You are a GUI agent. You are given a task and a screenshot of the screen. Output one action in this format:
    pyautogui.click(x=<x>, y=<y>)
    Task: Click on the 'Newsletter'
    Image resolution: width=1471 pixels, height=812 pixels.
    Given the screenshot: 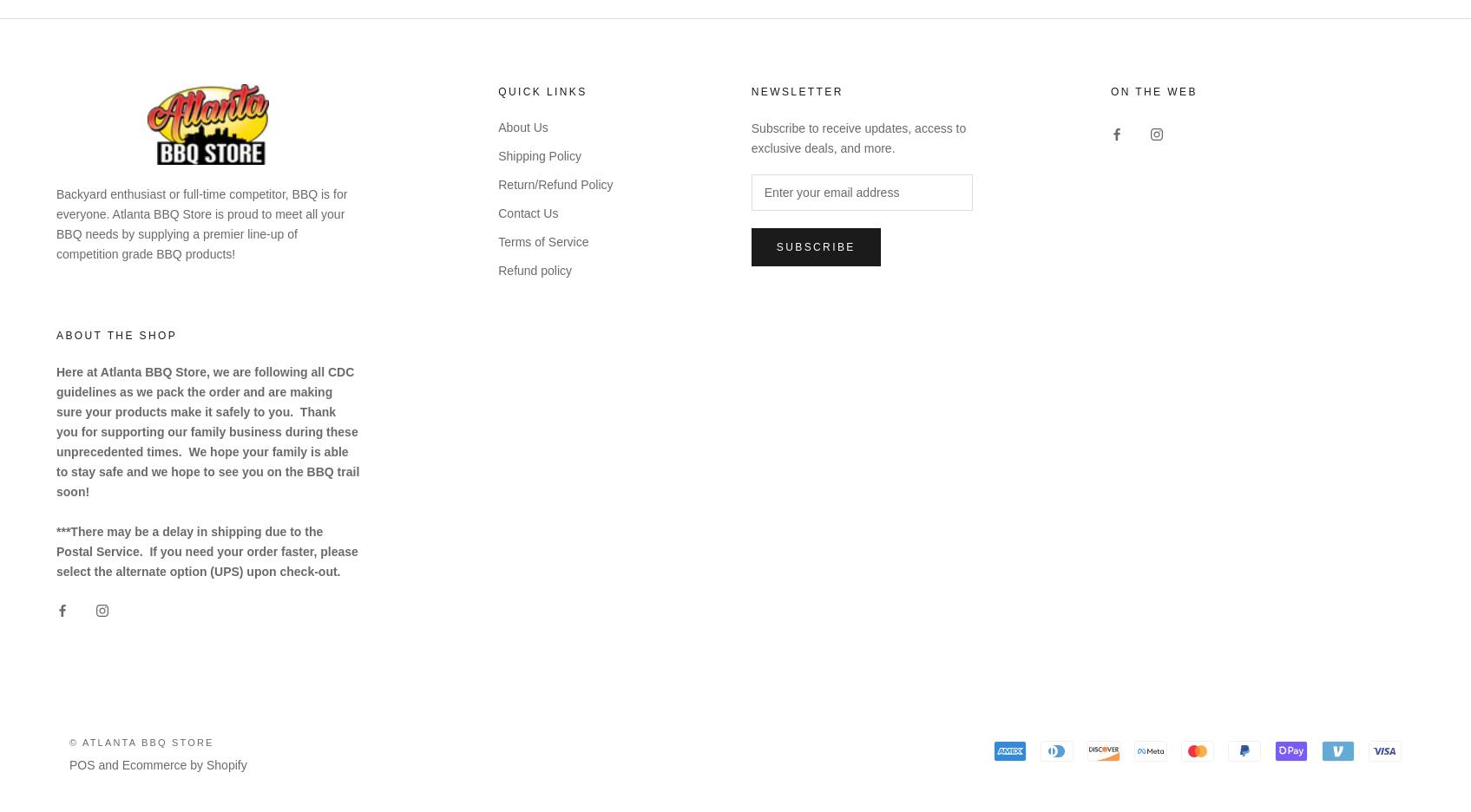 What is the action you would take?
    pyautogui.click(x=797, y=90)
    